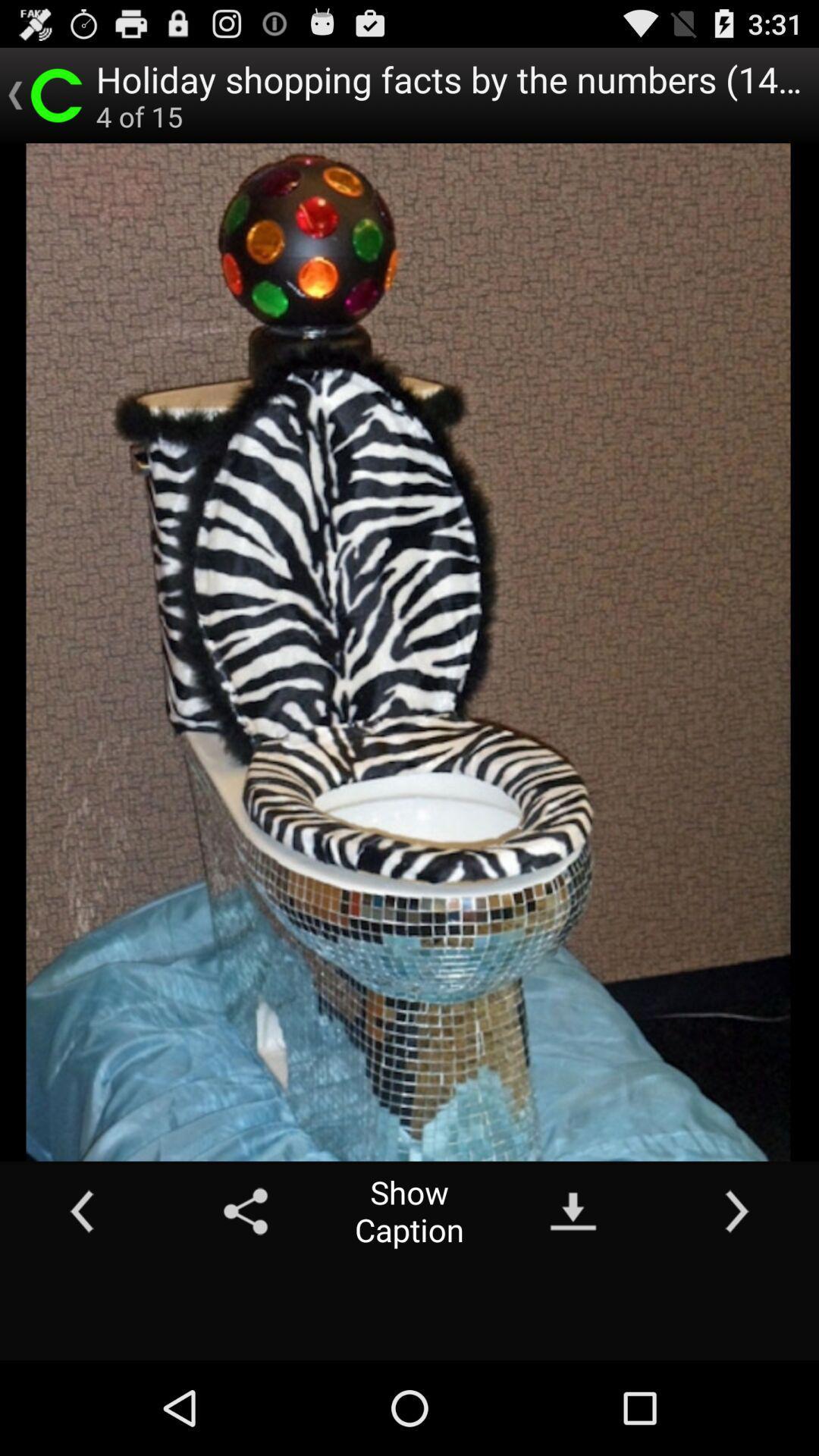  What do you see at coordinates (245, 1295) in the screenshot?
I see `the share icon` at bounding box center [245, 1295].